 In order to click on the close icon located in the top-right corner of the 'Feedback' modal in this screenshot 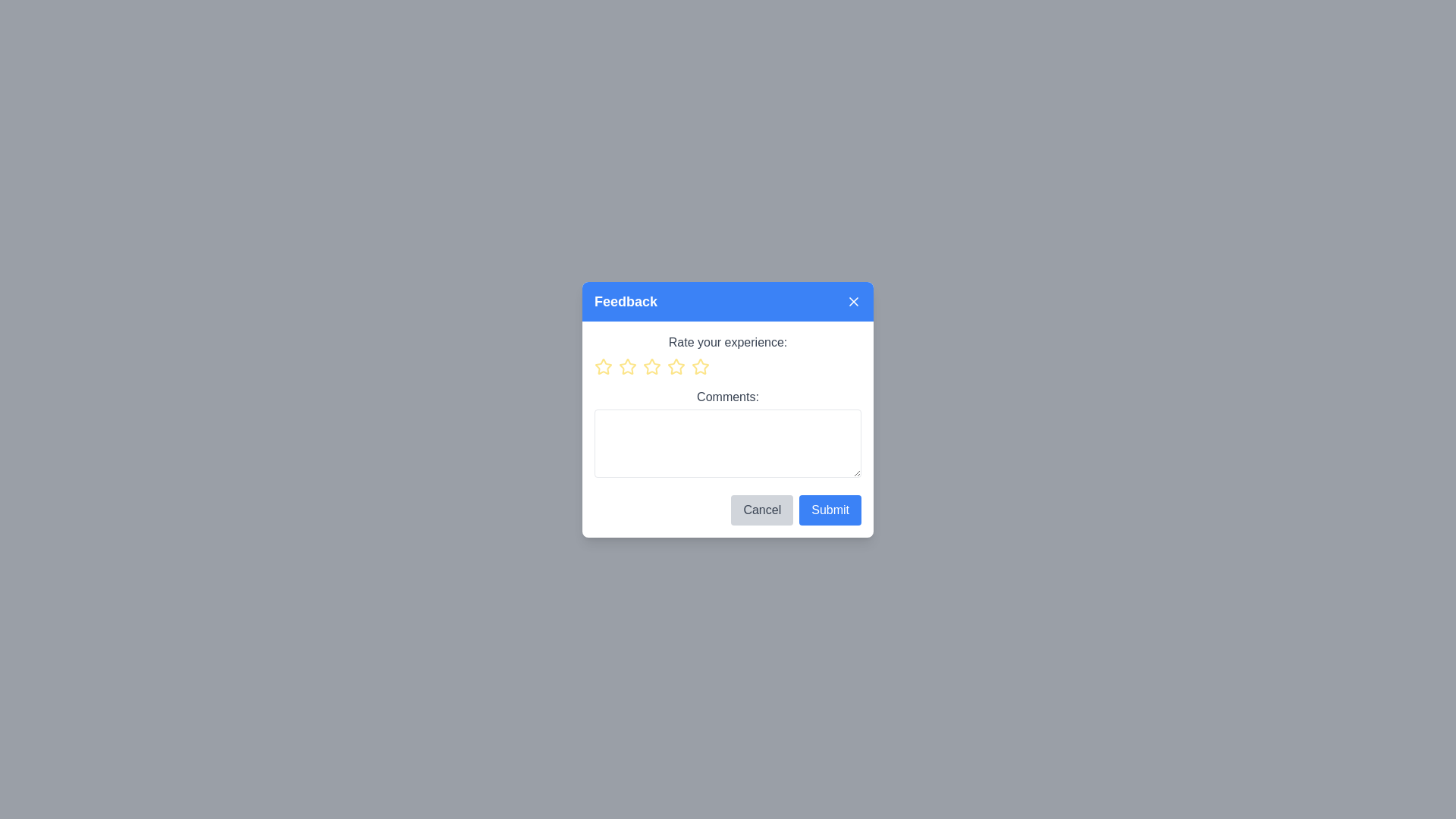, I will do `click(854, 301)`.